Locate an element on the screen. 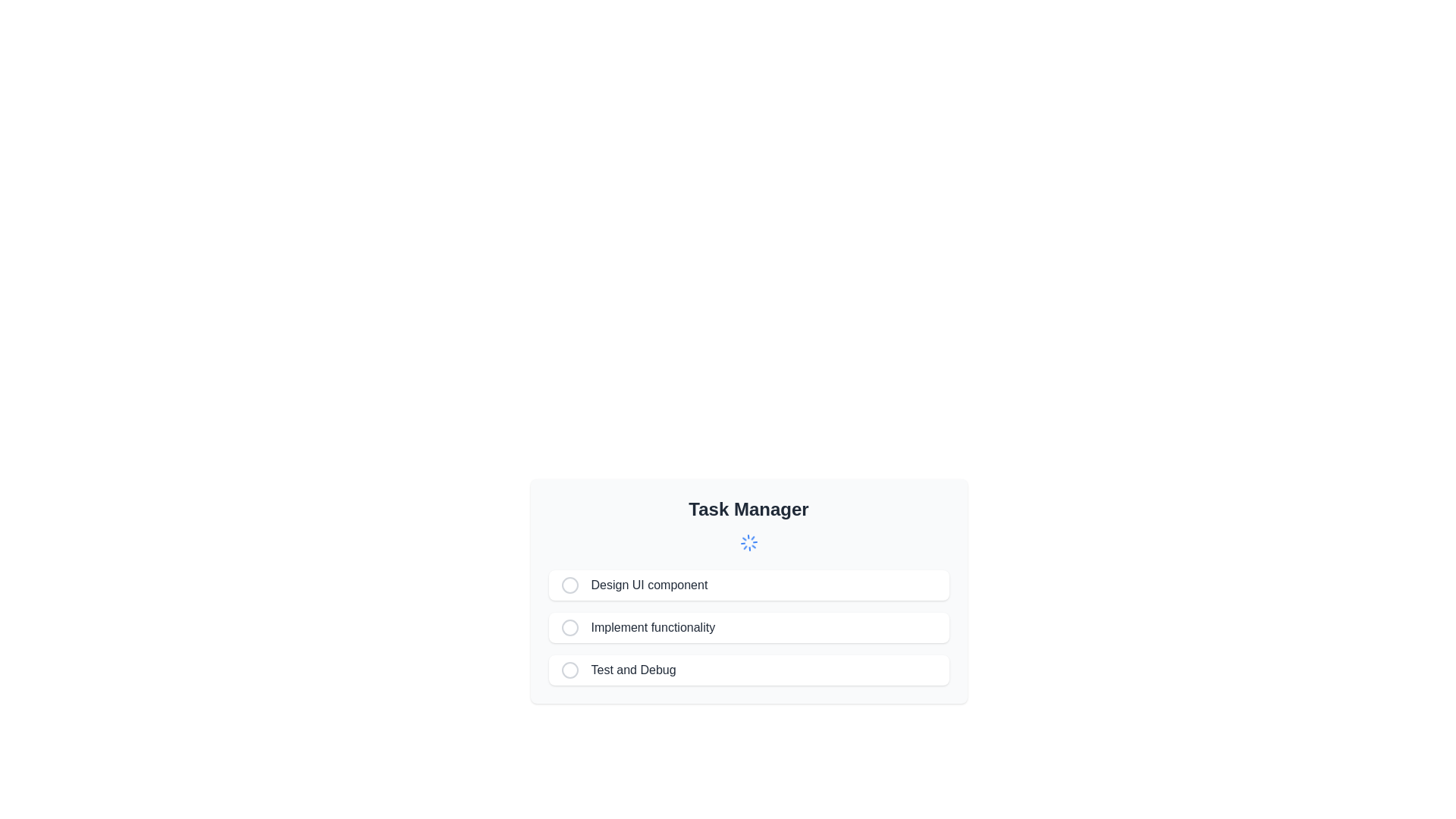 Image resolution: width=1456 pixels, height=819 pixels. the circular area of the checkbox located to the left of the 'Implement functionality' task row is located at coordinates (569, 628).